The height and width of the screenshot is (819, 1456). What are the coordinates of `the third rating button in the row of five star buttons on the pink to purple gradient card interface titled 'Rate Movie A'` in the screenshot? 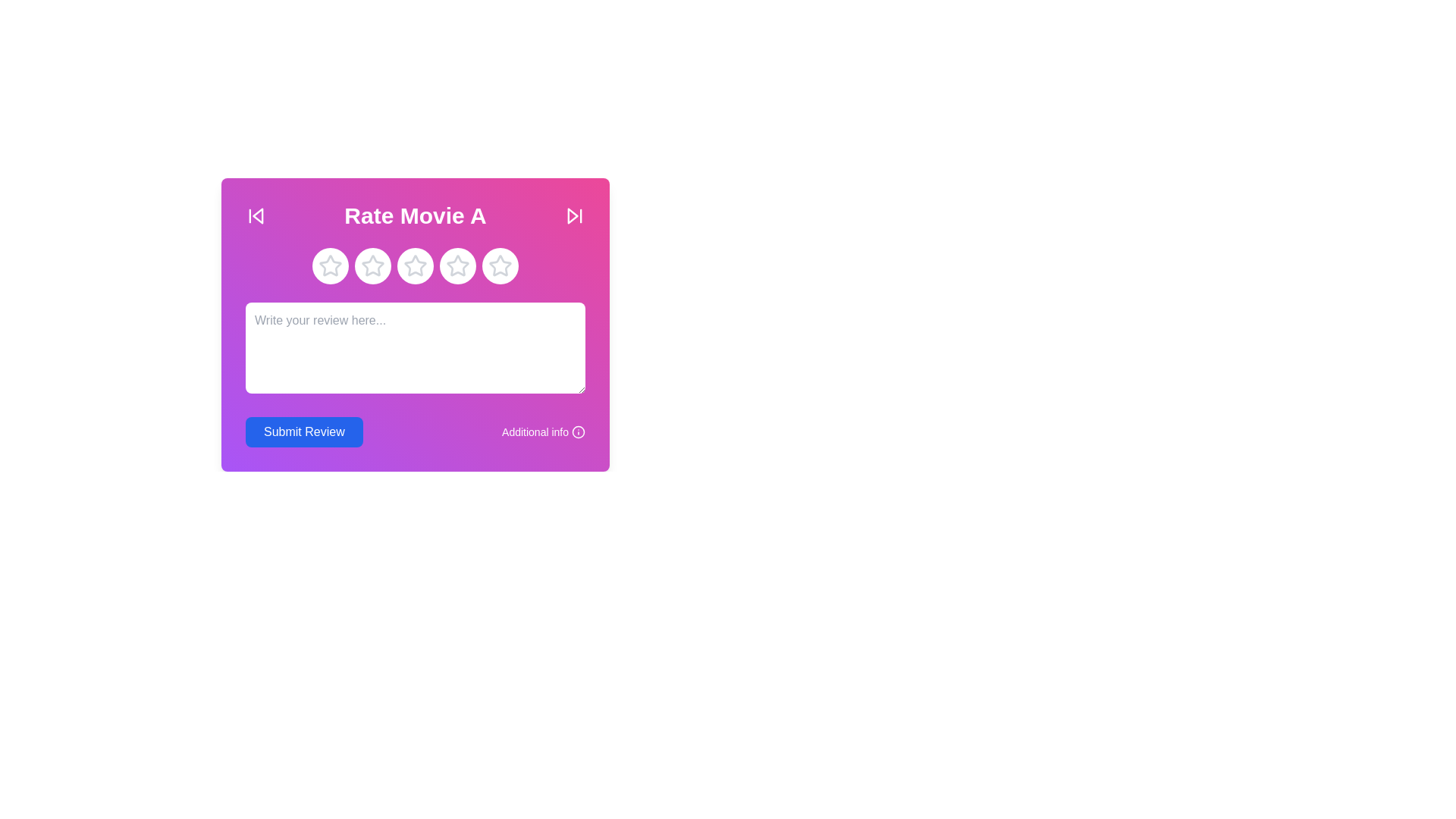 It's located at (415, 265).